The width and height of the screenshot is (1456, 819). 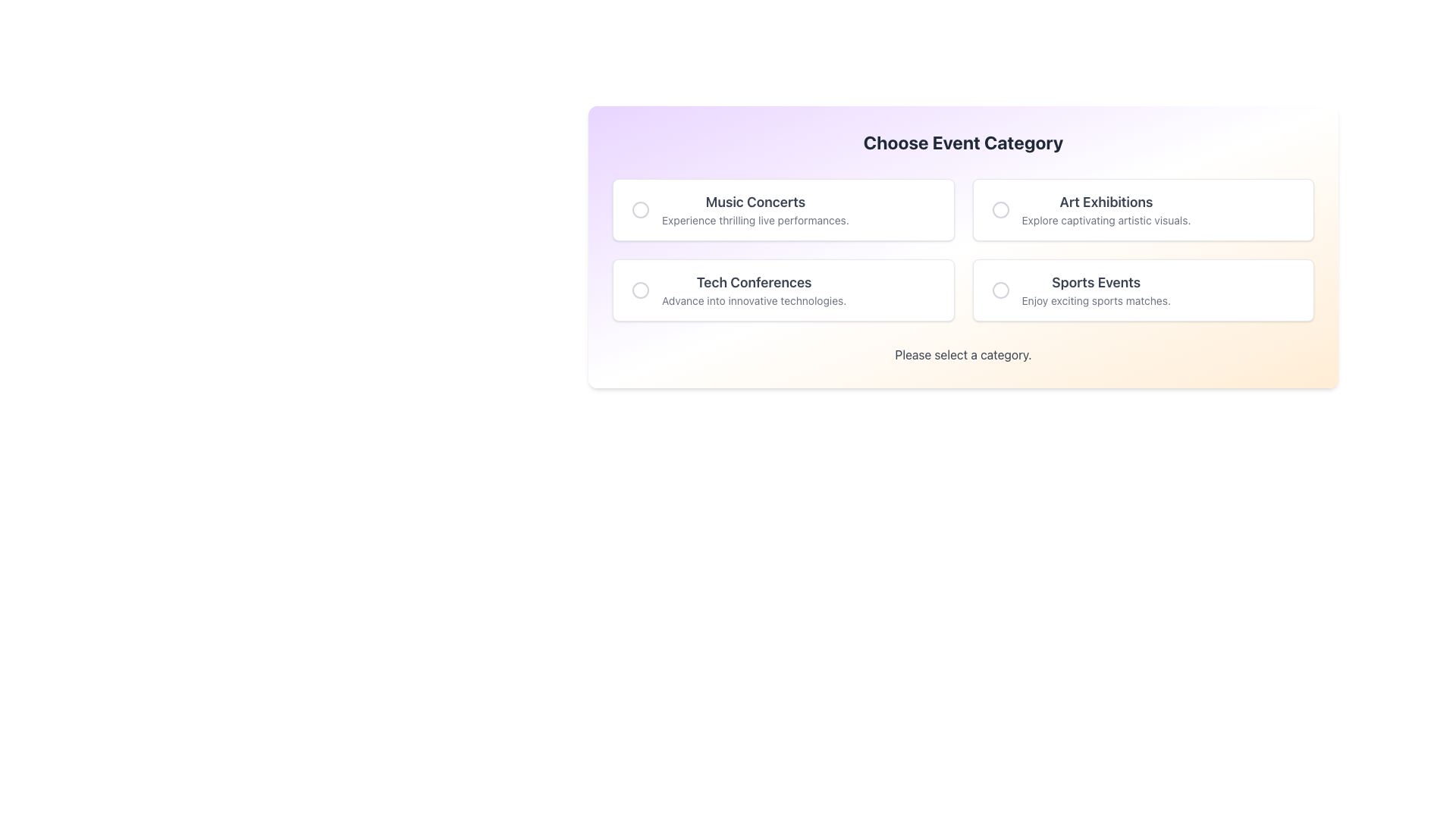 What do you see at coordinates (1106, 220) in the screenshot?
I see `the text element that reads 'Explore captivating artistic visuals.' located below the header 'Art Exhibitions' in the right column of the grid layout` at bounding box center [1106, 220].